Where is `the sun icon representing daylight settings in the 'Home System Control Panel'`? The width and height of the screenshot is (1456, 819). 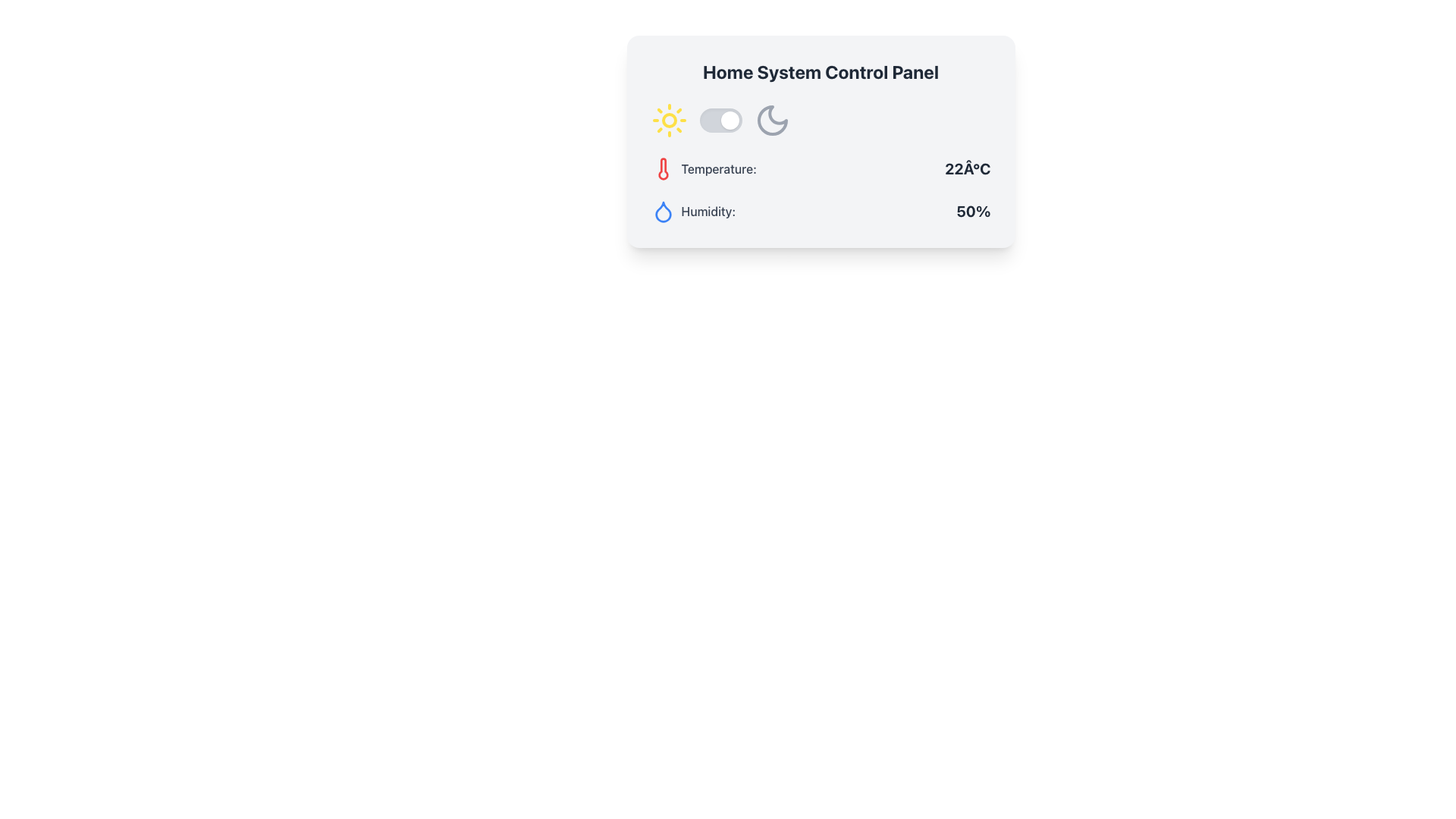
the sun icon representing daylight settings in the 'Home System Control Panel' is located at coordinates (668, 119).